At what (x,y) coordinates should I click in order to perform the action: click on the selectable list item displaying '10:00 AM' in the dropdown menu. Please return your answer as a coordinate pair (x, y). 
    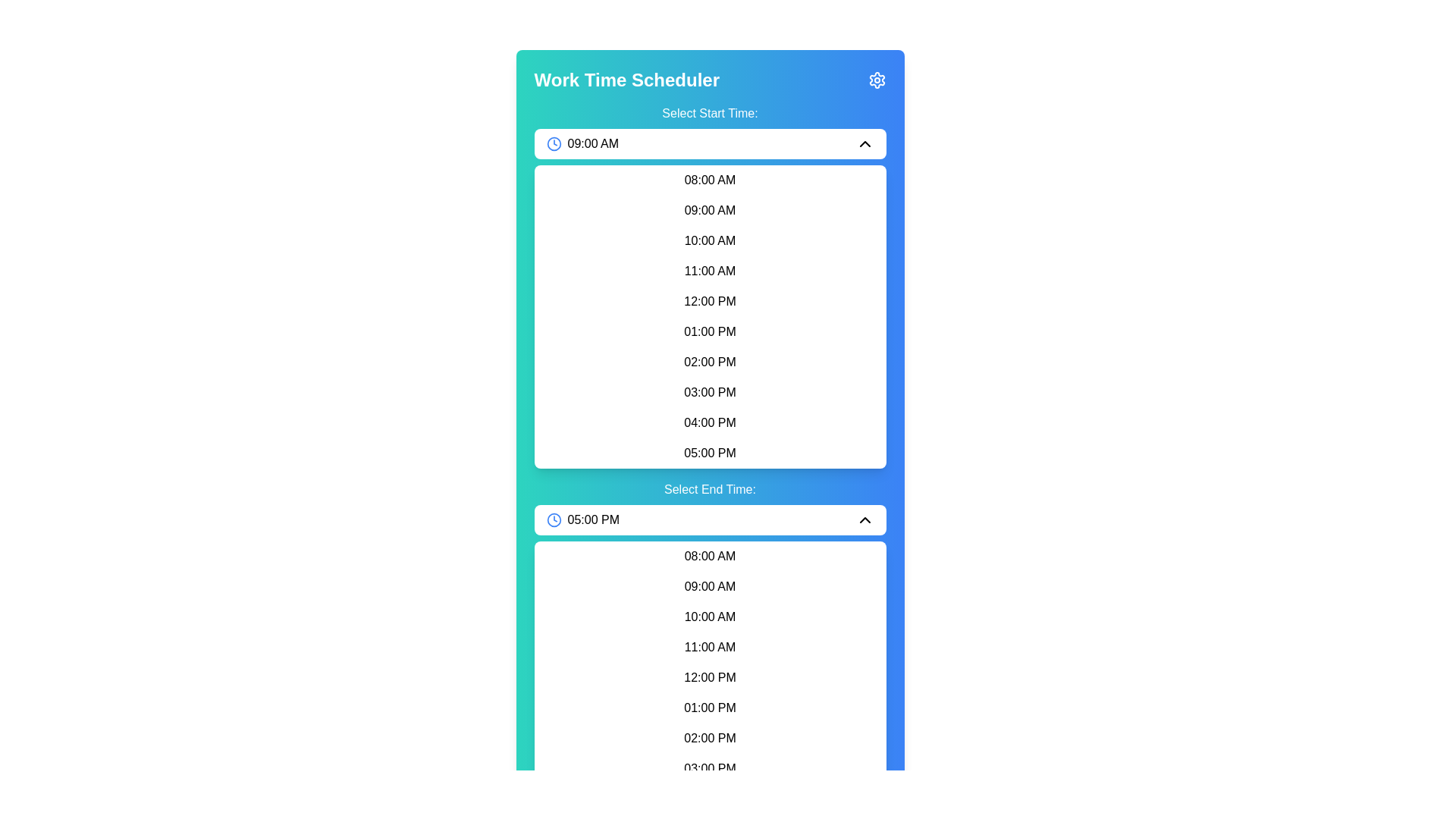
    Looking at the image, I should click on (709, 617).